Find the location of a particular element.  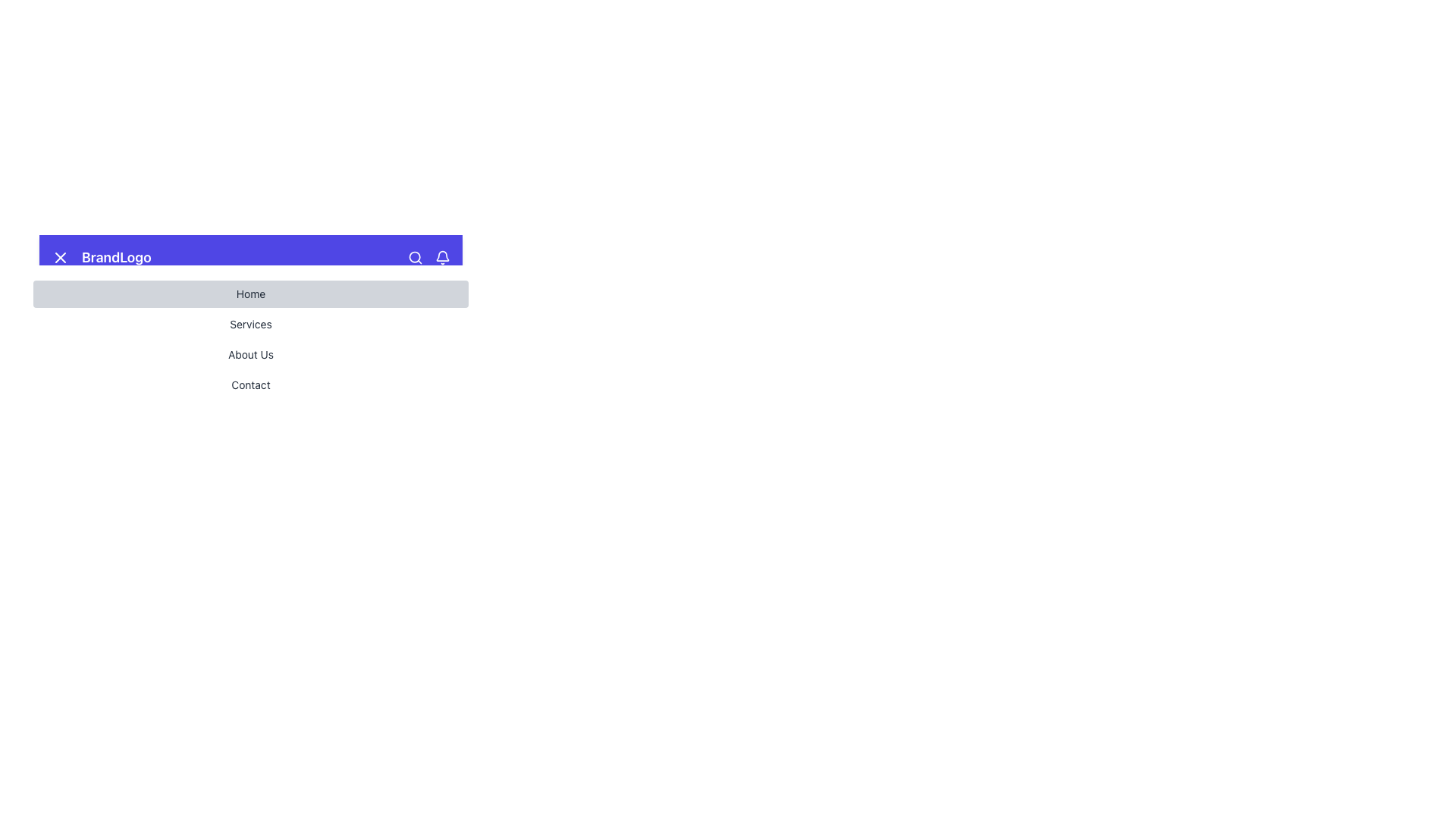

the magnifying glass icon located in the top-right corner of the navigation bar is located at coordinates (428, 256).